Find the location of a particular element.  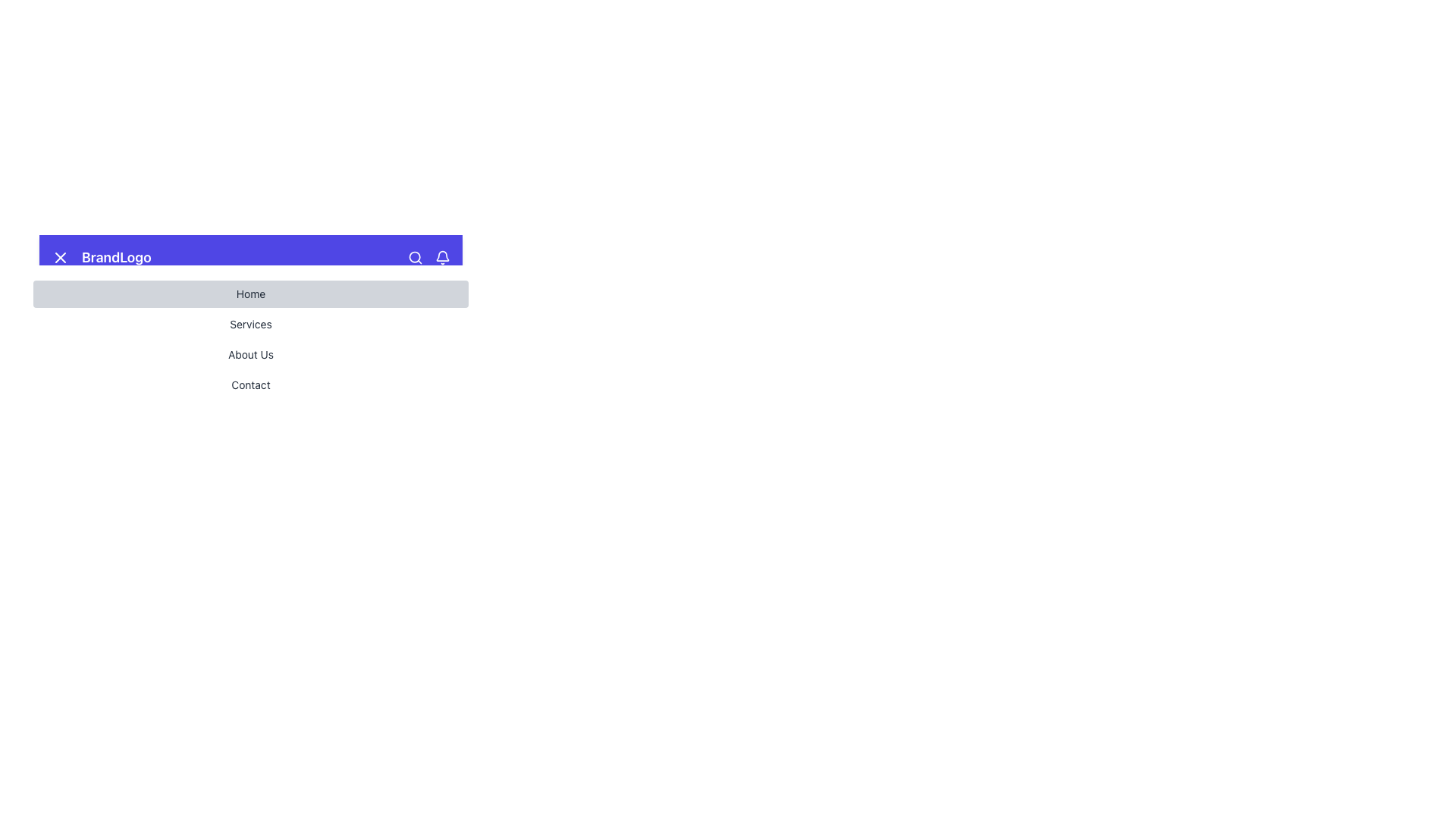

the magnifying glass icon located in the top-right corner of the navigation bar is located at coordinates (428, 256).